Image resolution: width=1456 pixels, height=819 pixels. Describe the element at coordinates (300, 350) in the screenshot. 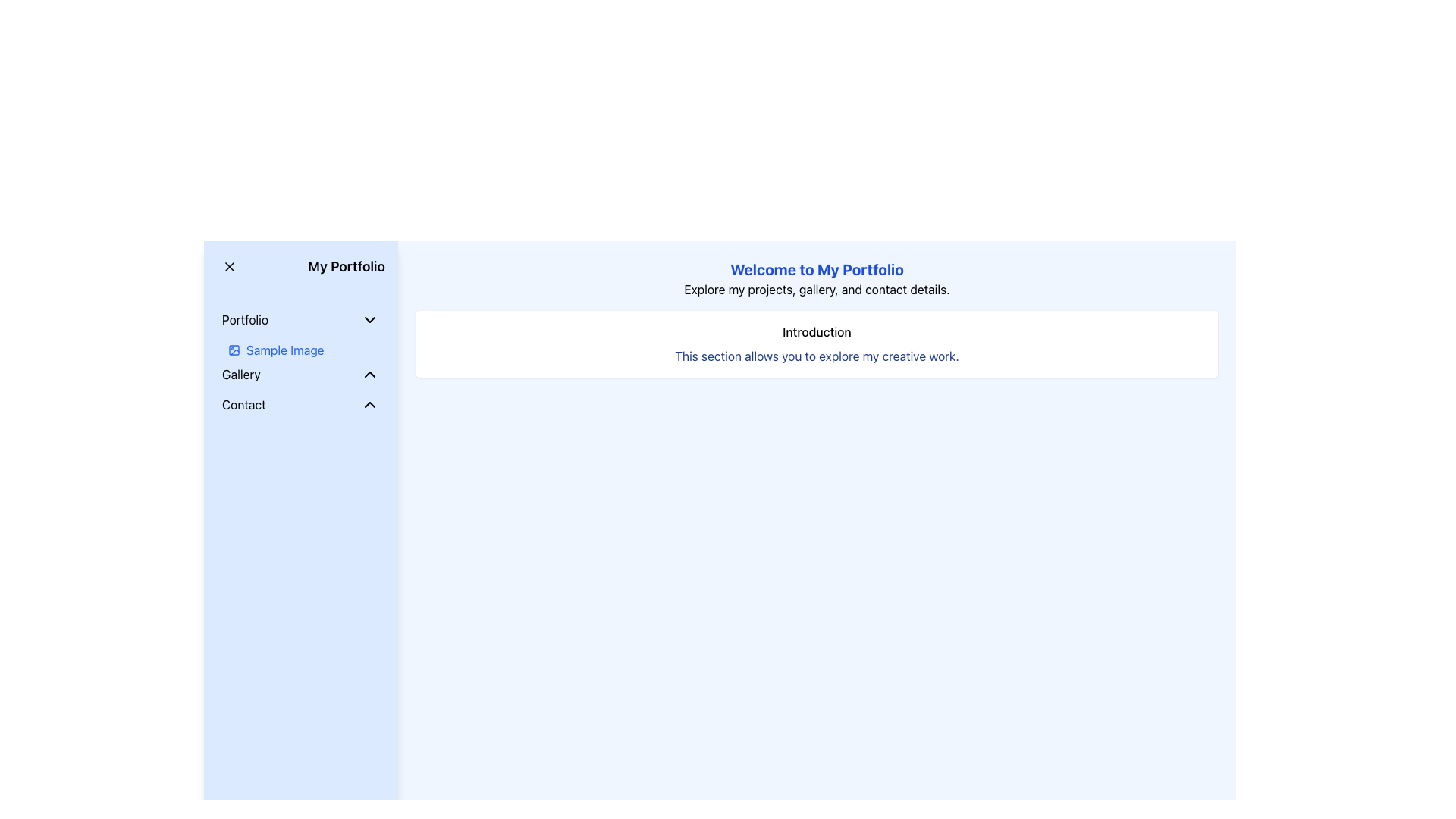

I see `the Text Label with Icon located in the sidebar under the 'Portfolio' section` at that location.